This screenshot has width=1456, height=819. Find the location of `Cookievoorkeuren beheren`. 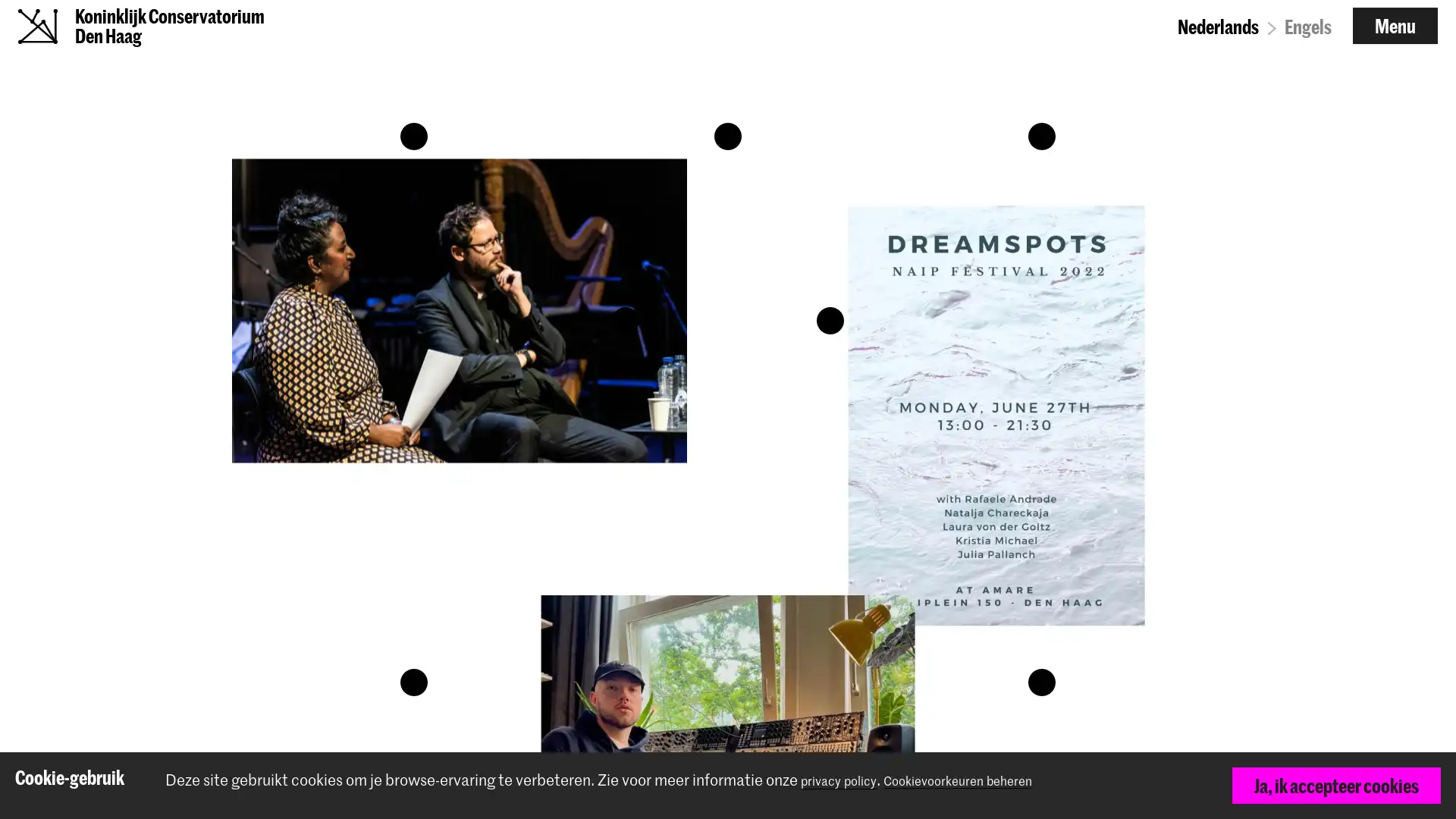

Cookievoorkeuren beheren is located at coordinates (991, 780).